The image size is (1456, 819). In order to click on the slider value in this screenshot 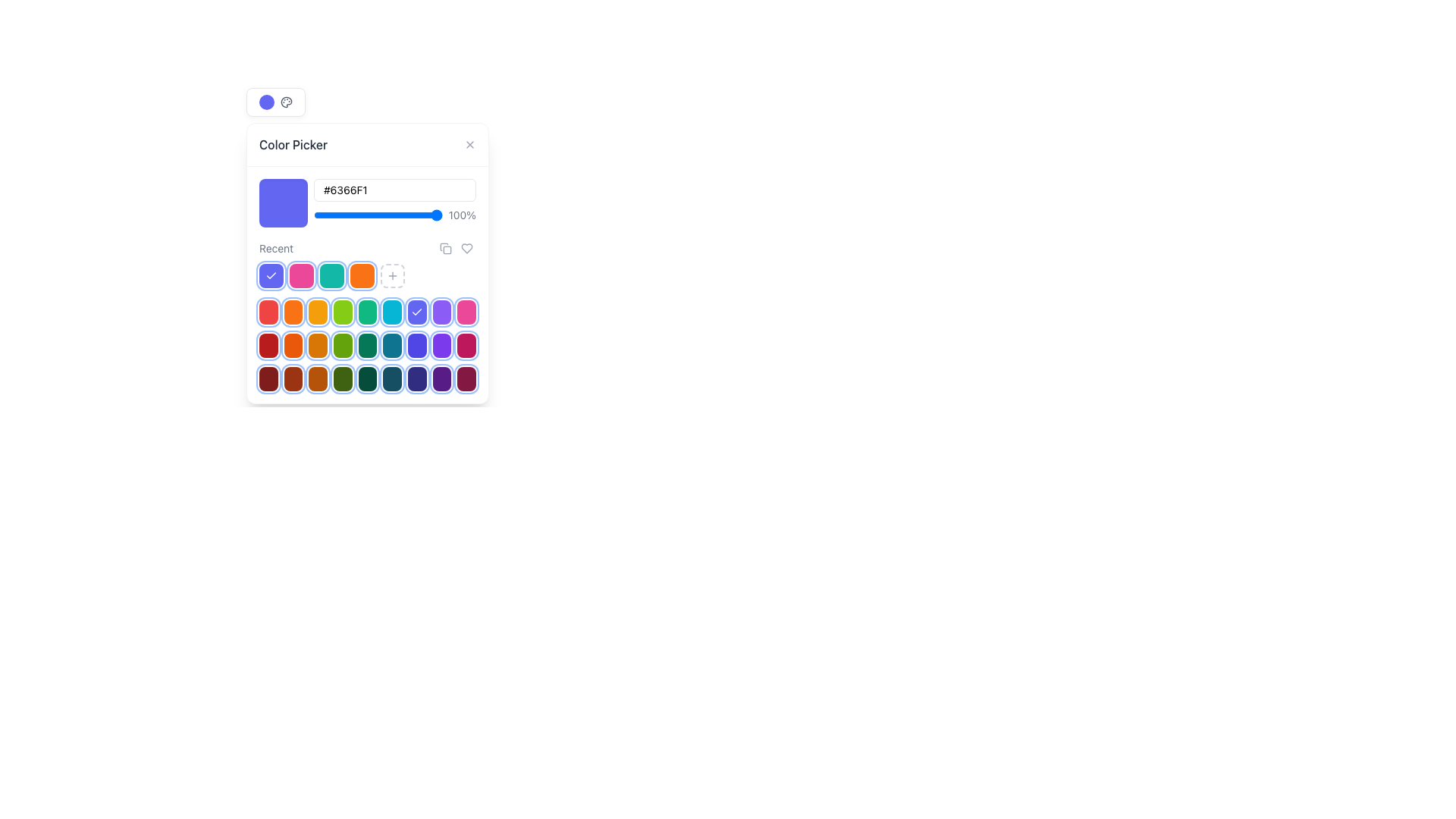, I will do `click(407, 215)`.